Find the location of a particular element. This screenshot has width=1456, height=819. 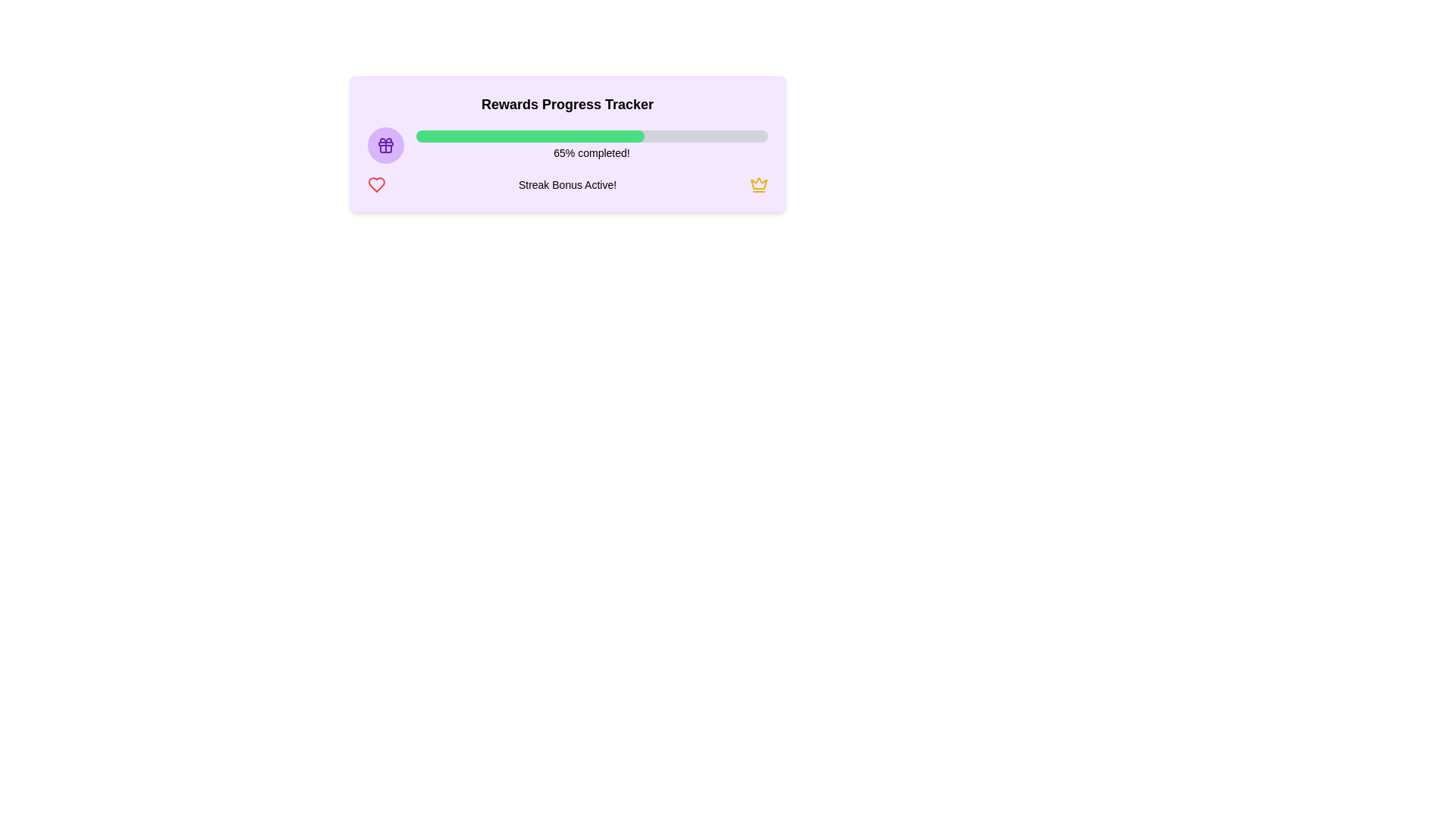

the heart icon that symbolizes favorites, likes, or rewards, located to the left of the 'Streak Bonus Active!' text is located at coordinates (376, 184).